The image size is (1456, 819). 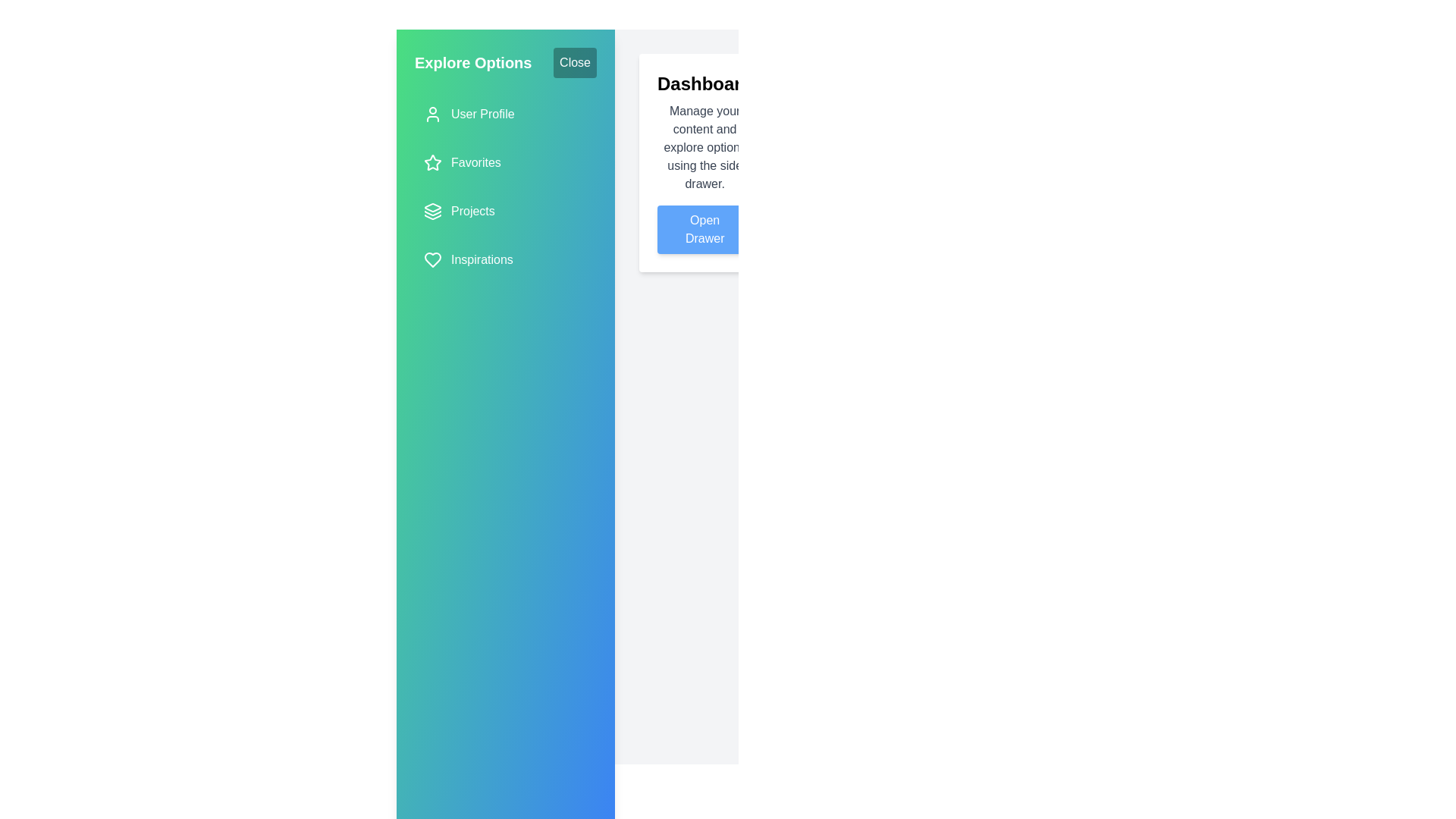 I want to click on the 'Open Drawer' button to open the drawer, so click(x=704, y=230).